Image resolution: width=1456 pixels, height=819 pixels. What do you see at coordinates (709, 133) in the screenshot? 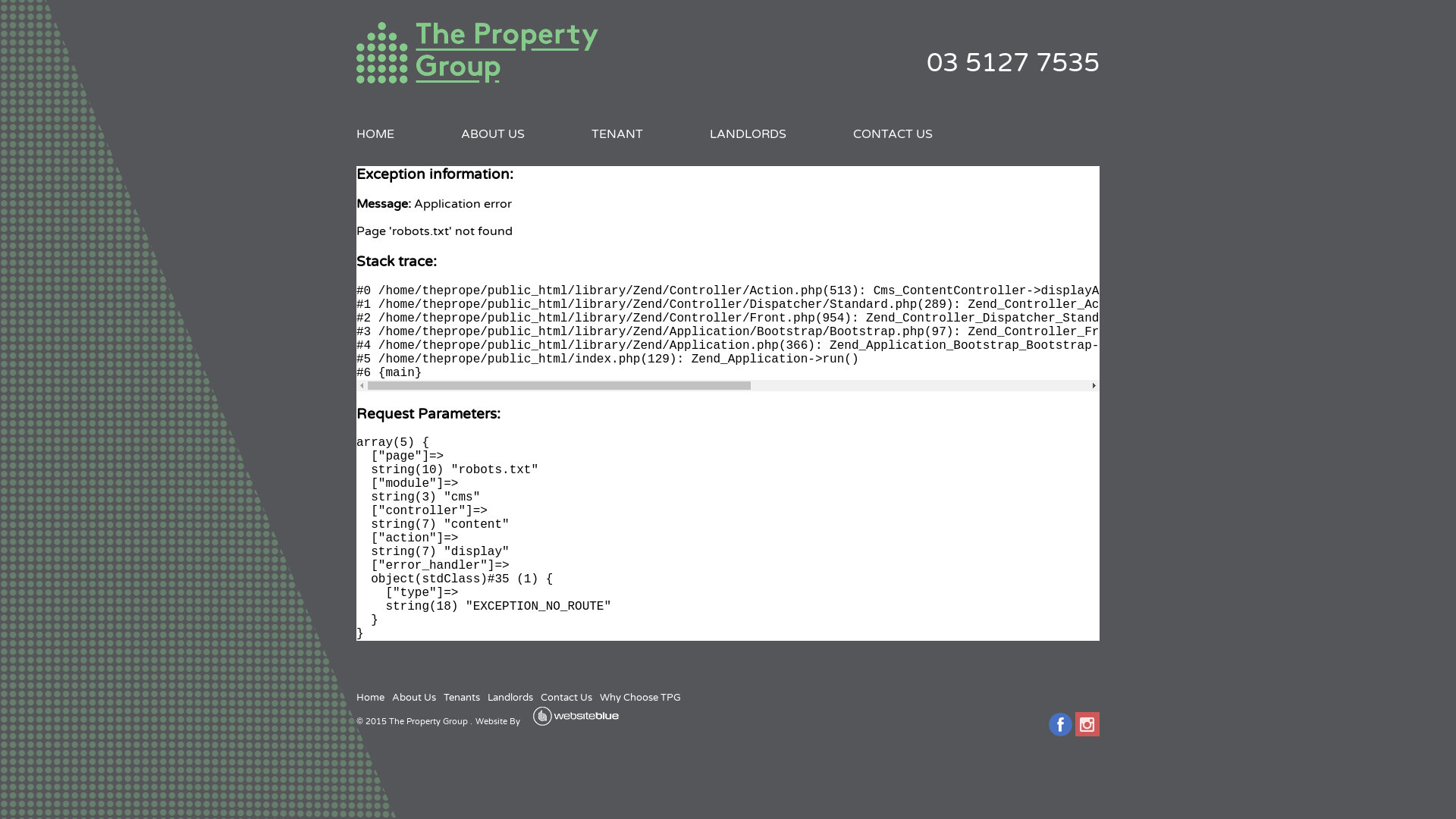
I see `'LANDLORDS'` at bounding box center [709, 133].